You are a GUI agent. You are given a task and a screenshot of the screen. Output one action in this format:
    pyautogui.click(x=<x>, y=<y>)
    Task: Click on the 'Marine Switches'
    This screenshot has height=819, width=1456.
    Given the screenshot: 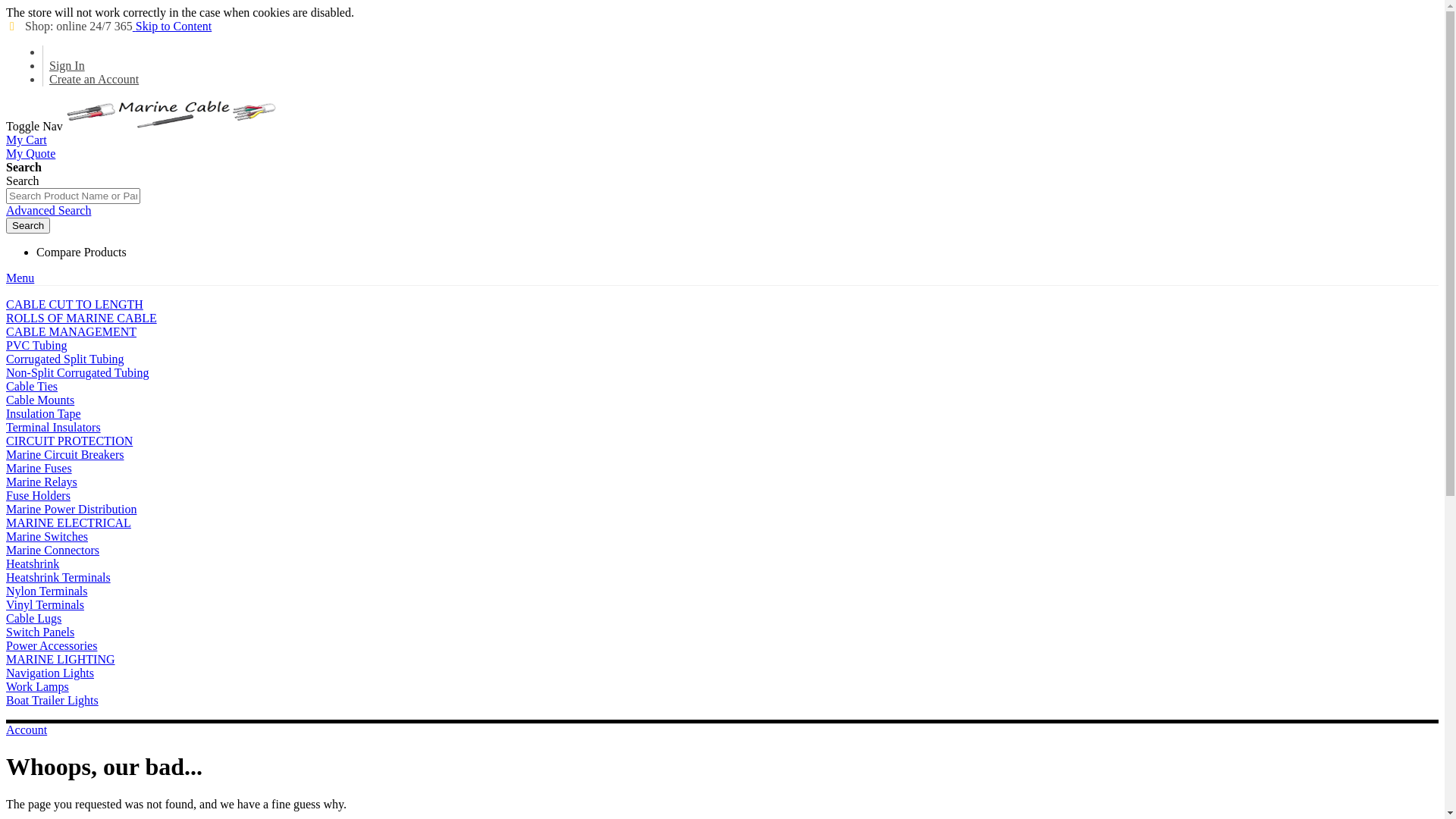 What is the action you would take?
    pyautogui.click(x=47, y=535)
    